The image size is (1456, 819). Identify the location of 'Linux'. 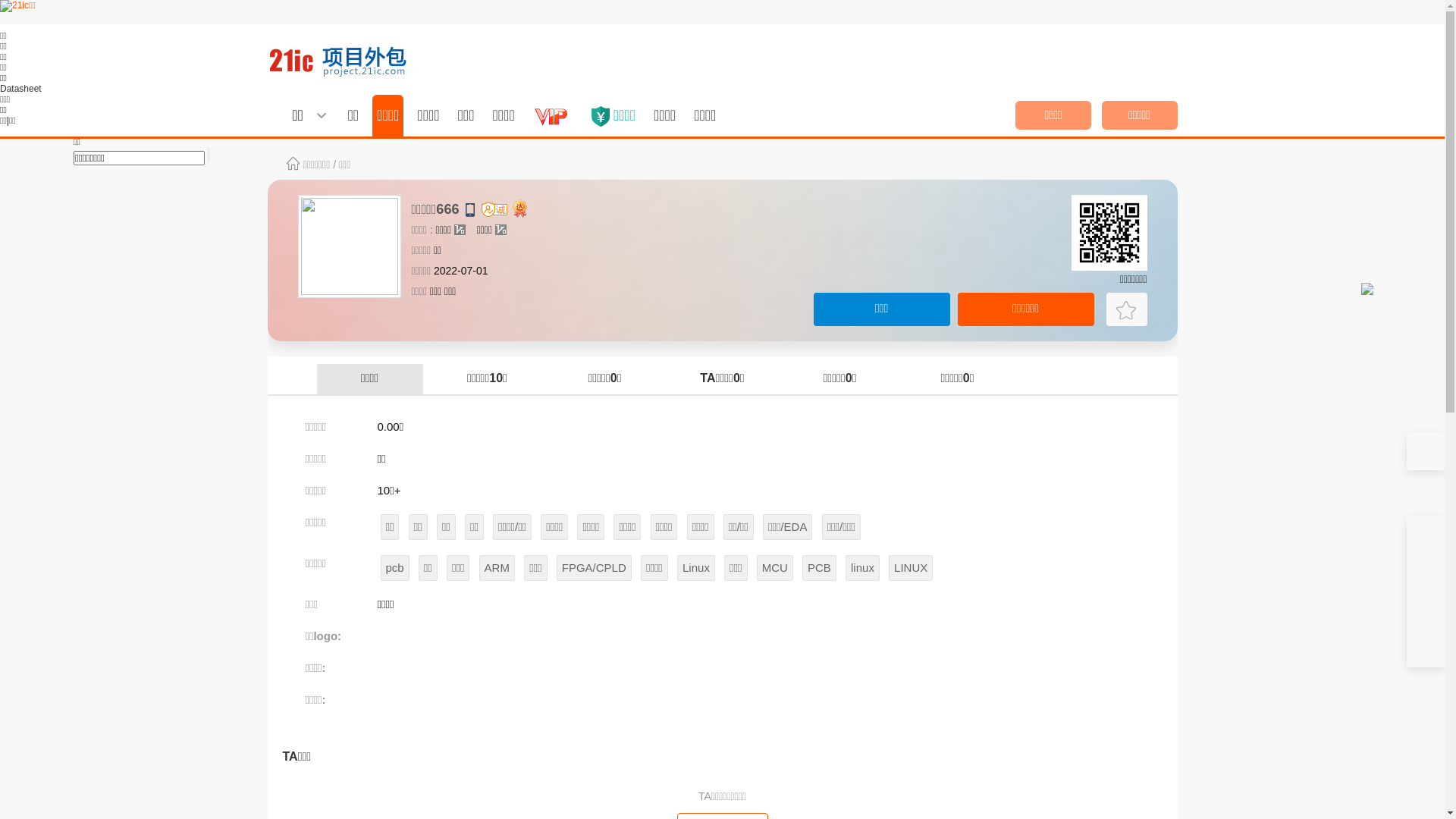
(695, 567).